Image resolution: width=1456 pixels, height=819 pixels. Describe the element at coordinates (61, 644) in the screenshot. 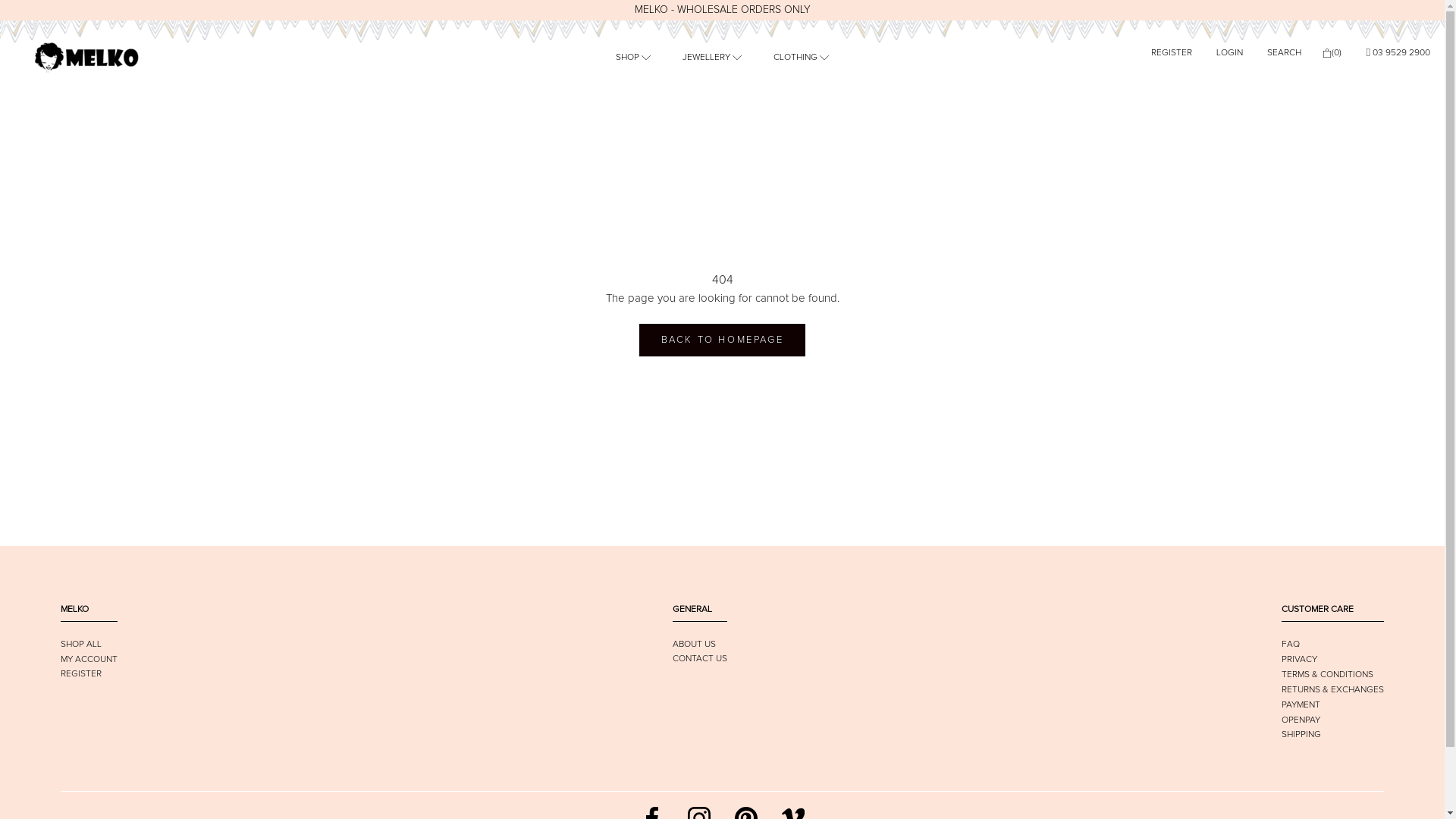

I see `'SHOP ALL'` at that location.